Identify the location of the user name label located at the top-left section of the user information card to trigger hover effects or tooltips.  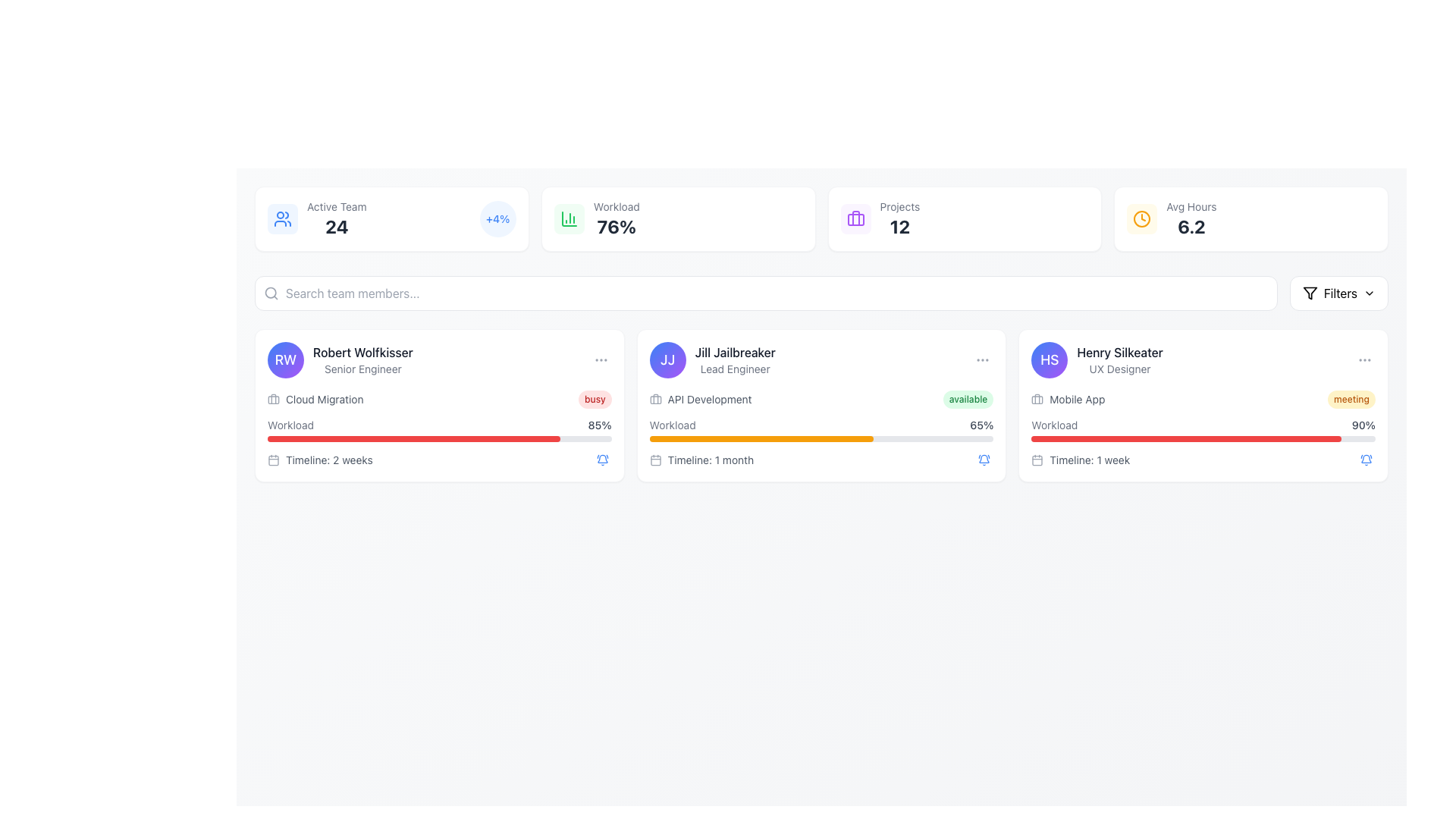
(362, 353).